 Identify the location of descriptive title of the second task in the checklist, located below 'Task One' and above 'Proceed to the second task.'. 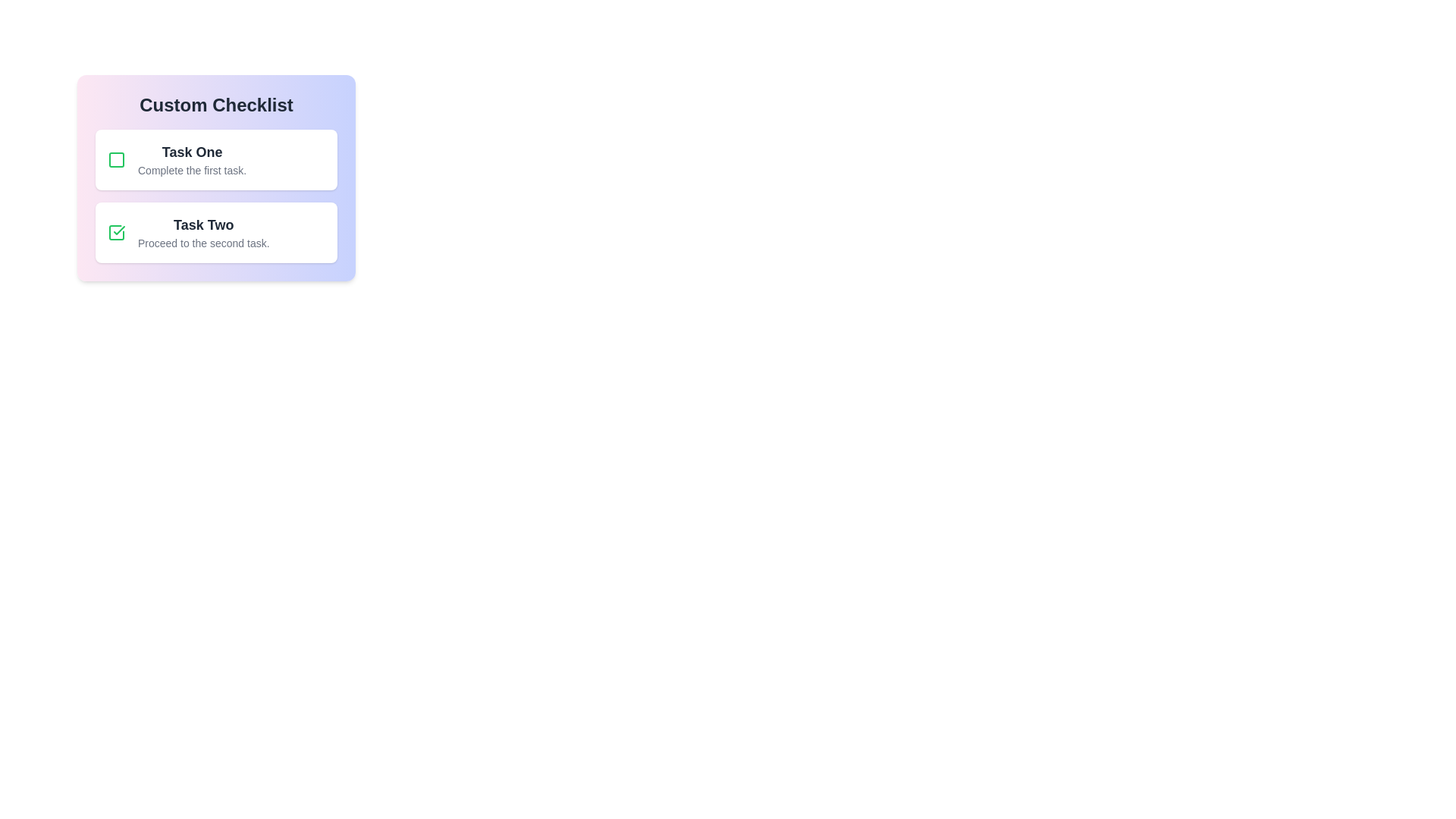
(202, 225).